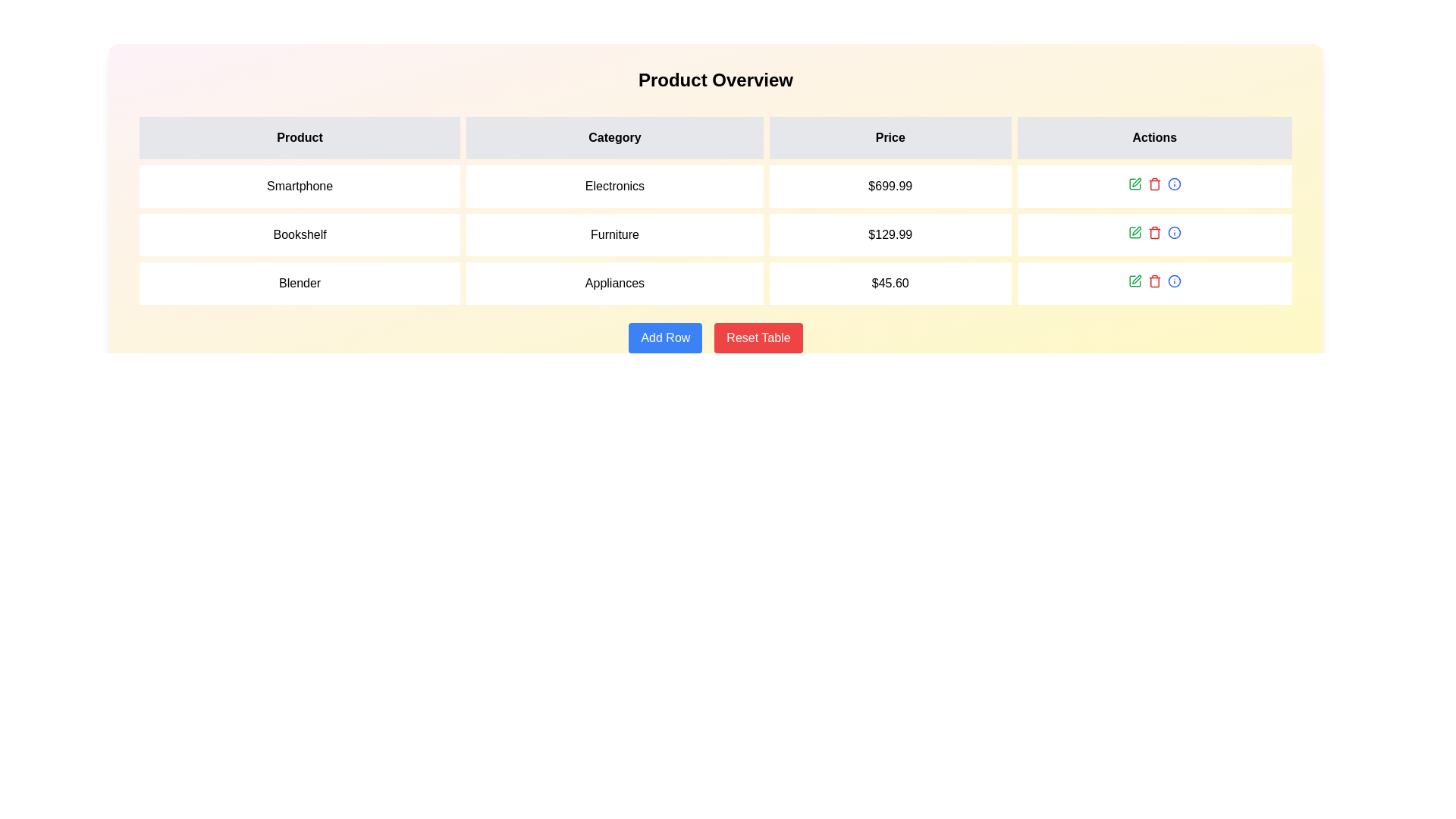 The width and height of the screenshot is (1456, 819). Describe the element at coordinates (1134, 233) in the screenshot. I see `the edit button located in the 'Actions' column of the table for the 'Bookshelf' product to invoke editing functionality` at that location.